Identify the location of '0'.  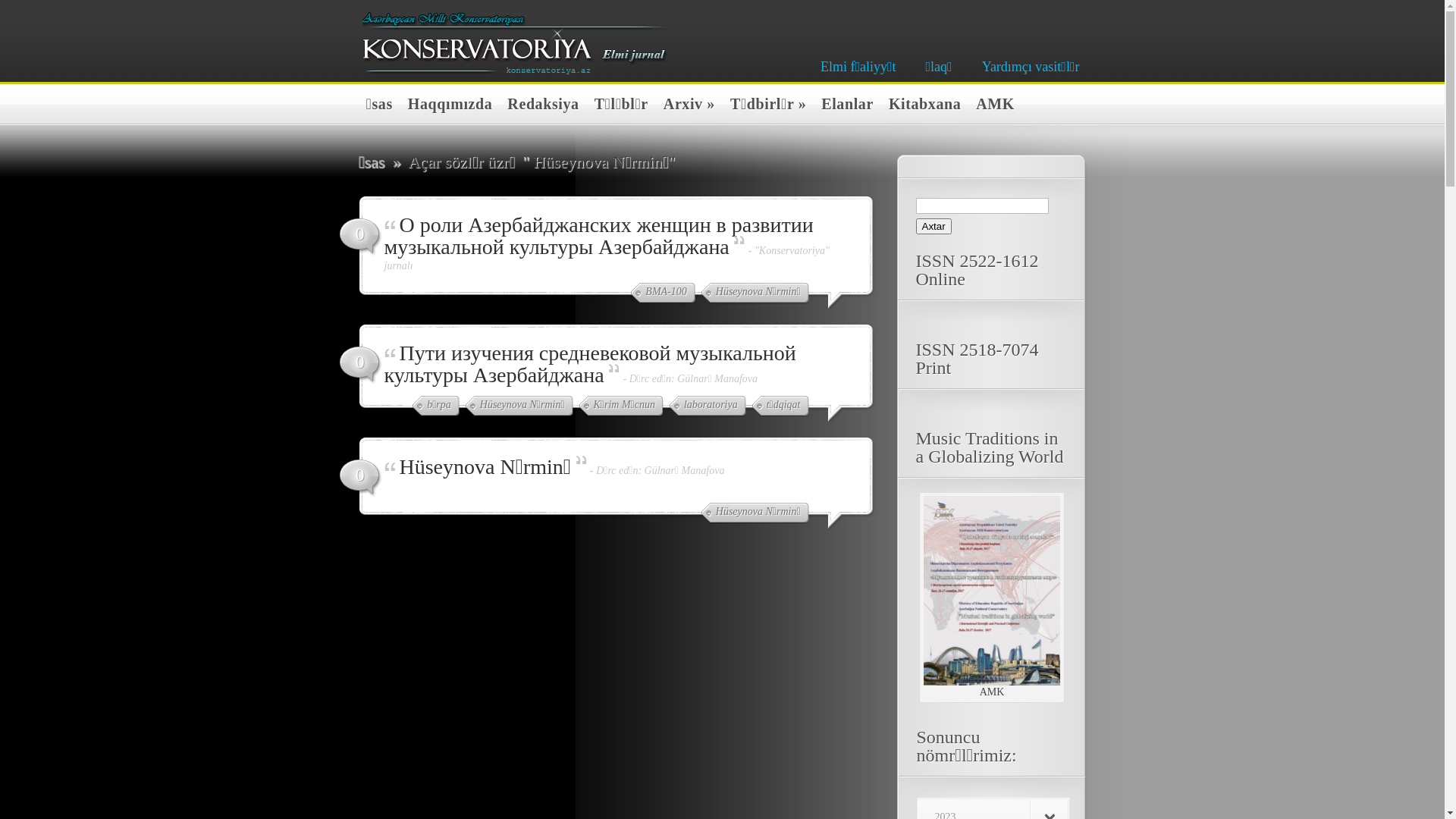
(359, 479).